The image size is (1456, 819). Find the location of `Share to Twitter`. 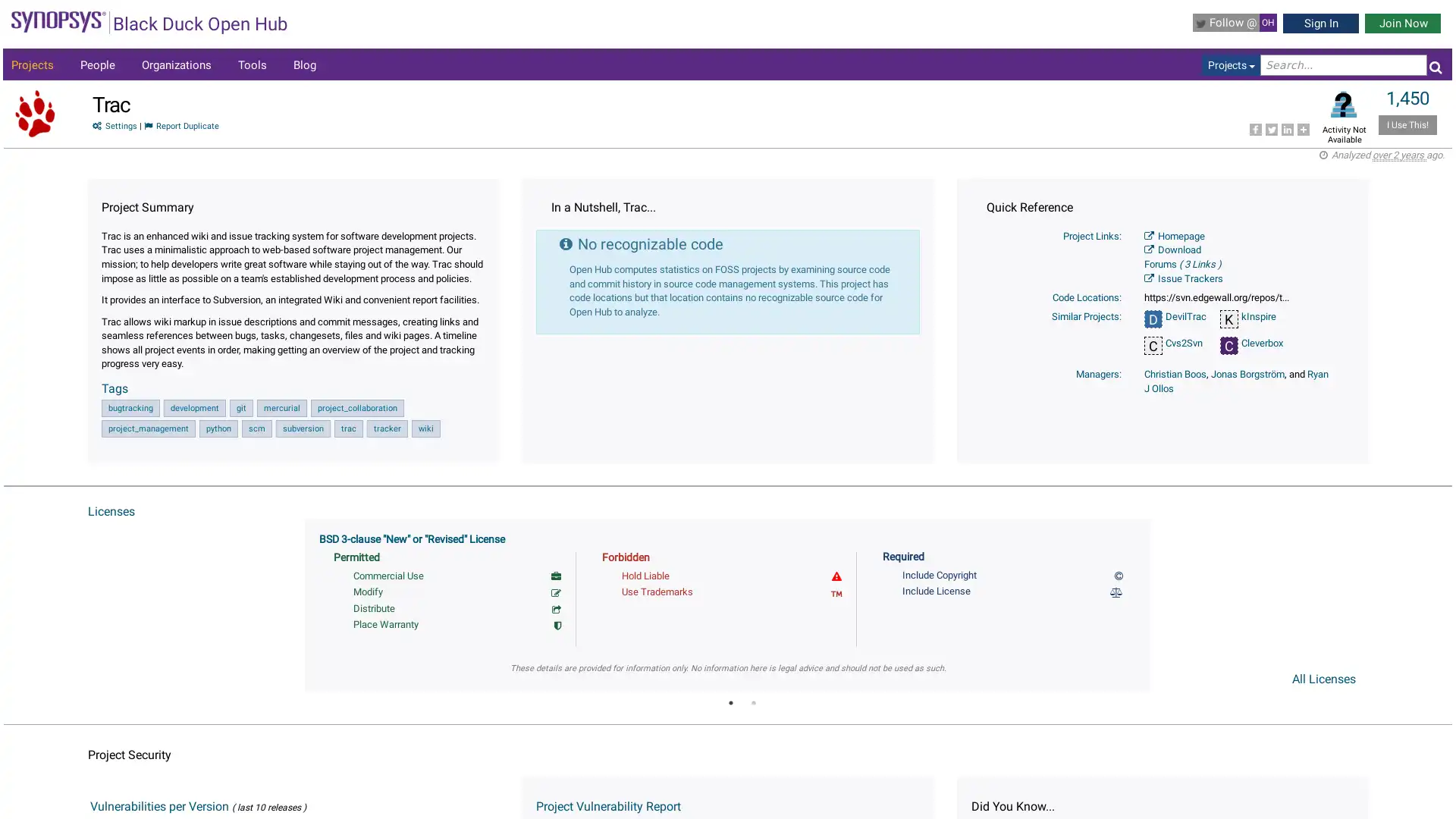

Share to Twitter is located at coordinates (1270, 128).